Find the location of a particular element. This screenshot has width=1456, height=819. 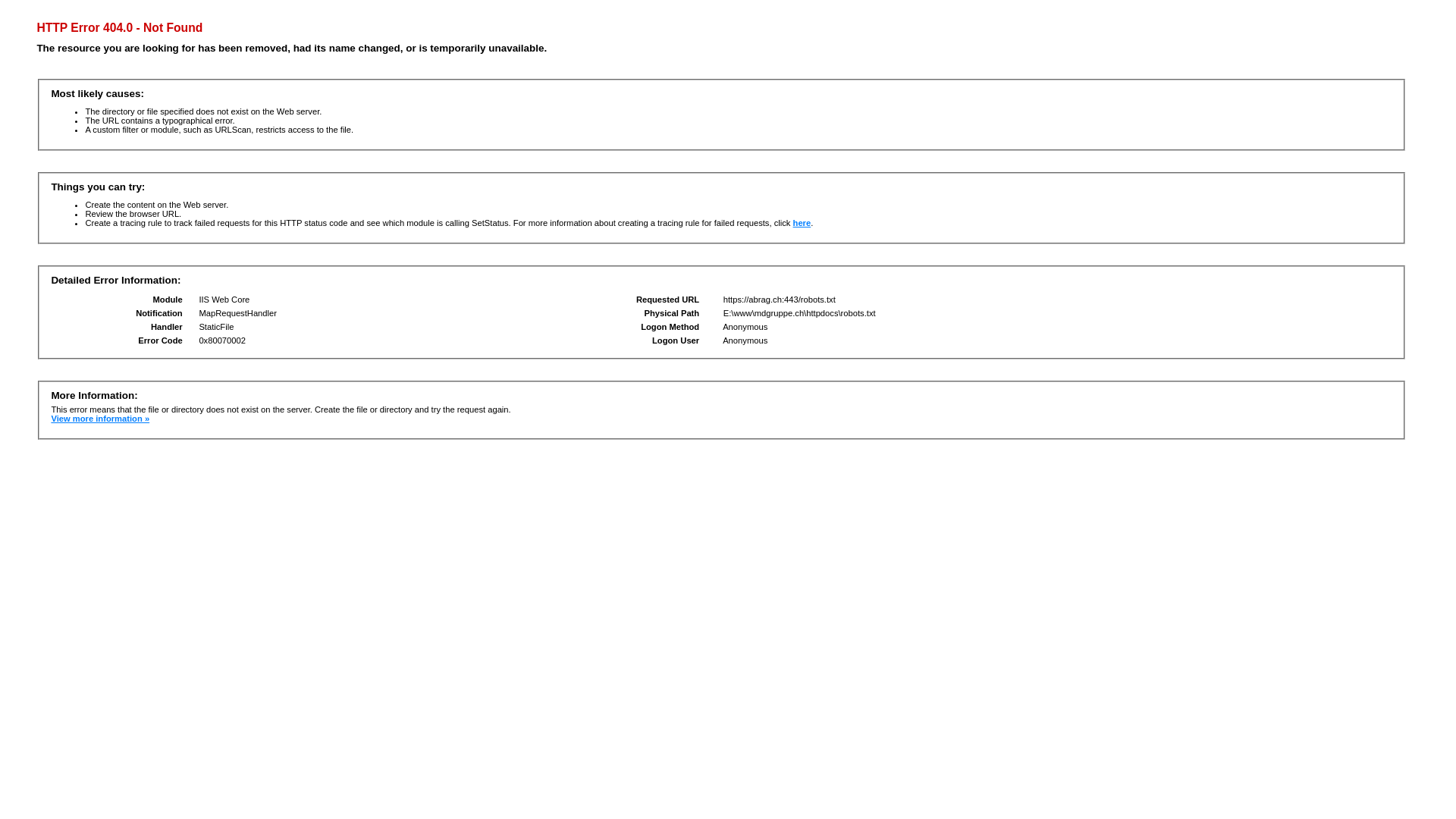

'here' is located at coordinates (801, 222).